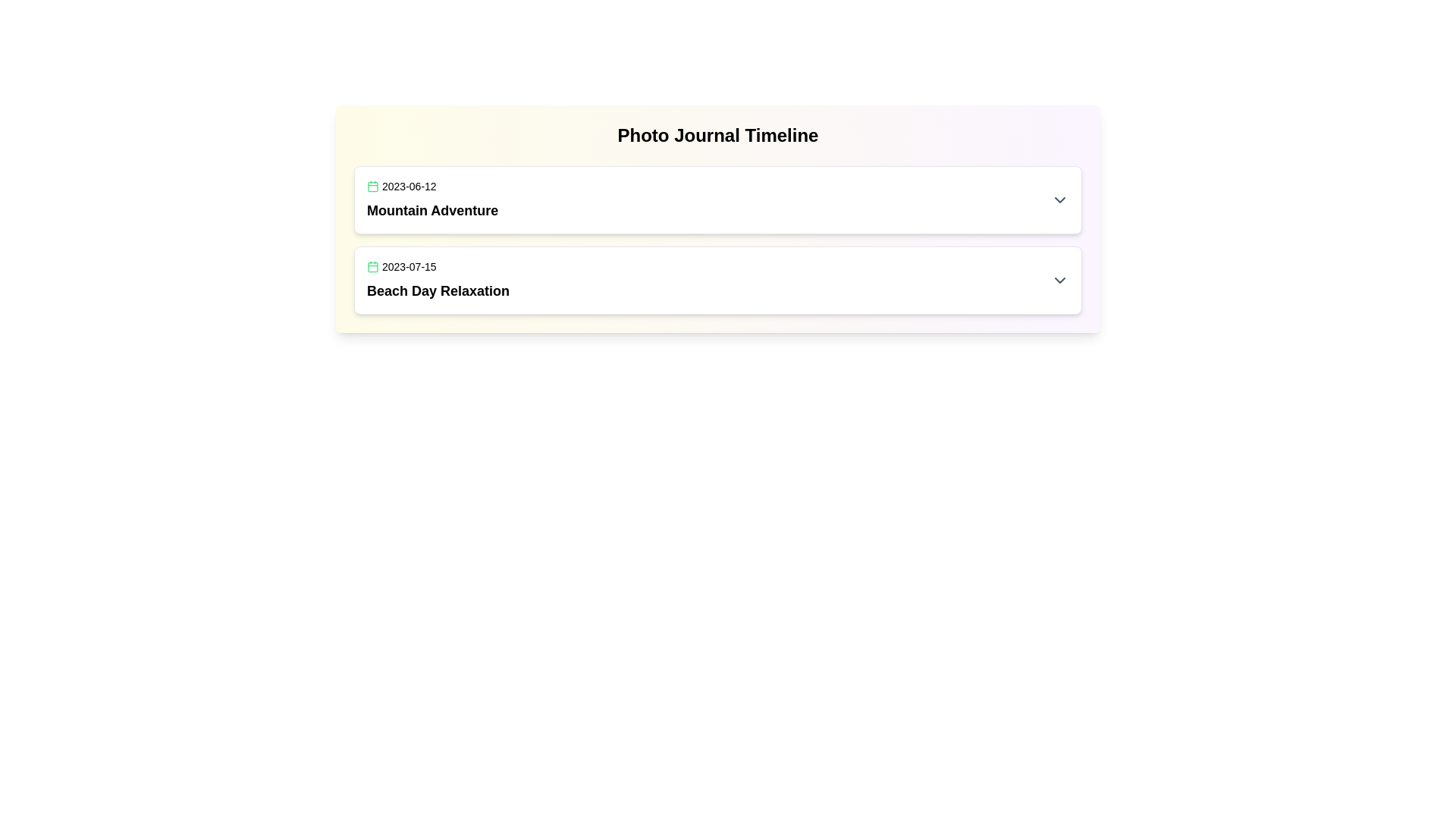  Describe the element at coordinates (1059, 281) in the screenshot. I see `the downward arrow icon (Dropdown indicator) on the right side of the item labeled '2023-07-15 Beach Day Relaxation'` at that location.